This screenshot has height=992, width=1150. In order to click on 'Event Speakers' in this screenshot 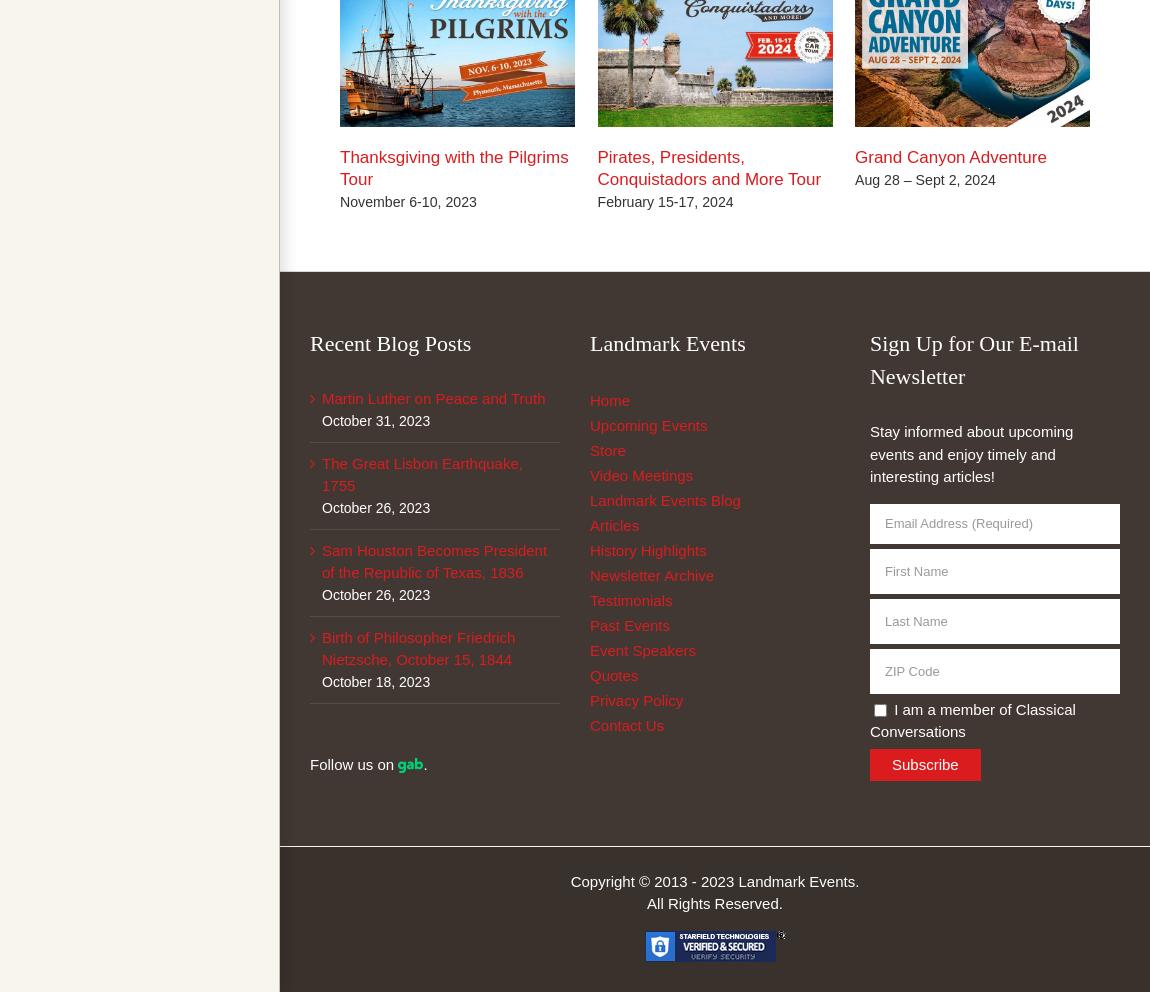, I will do `click(641, 650)`.